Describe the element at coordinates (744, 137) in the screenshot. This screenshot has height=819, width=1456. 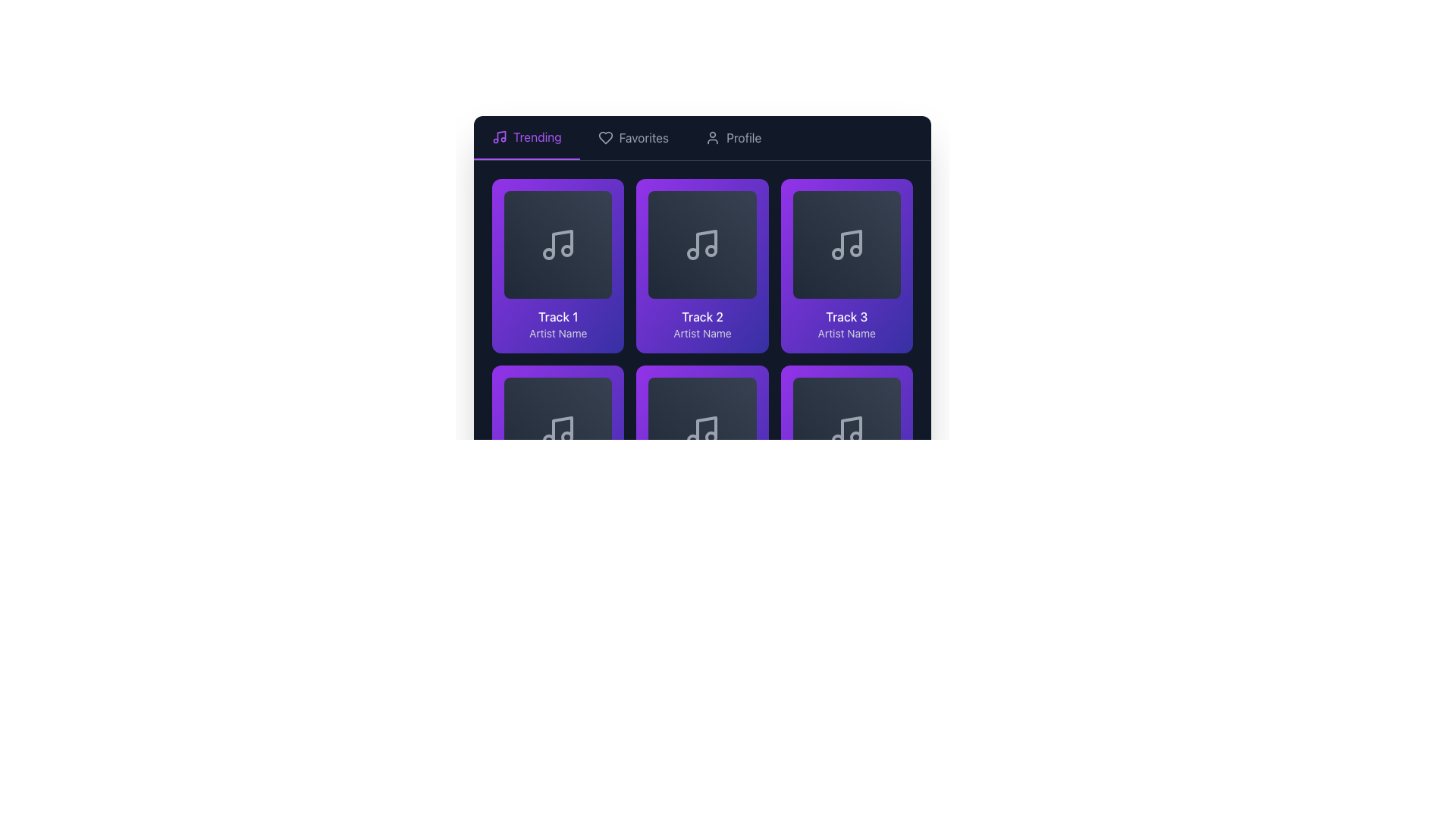
I see `the content of the 'Profile' navigation label located at the far-right end of the top navigation bar, adjacent to the user icon` at that location.